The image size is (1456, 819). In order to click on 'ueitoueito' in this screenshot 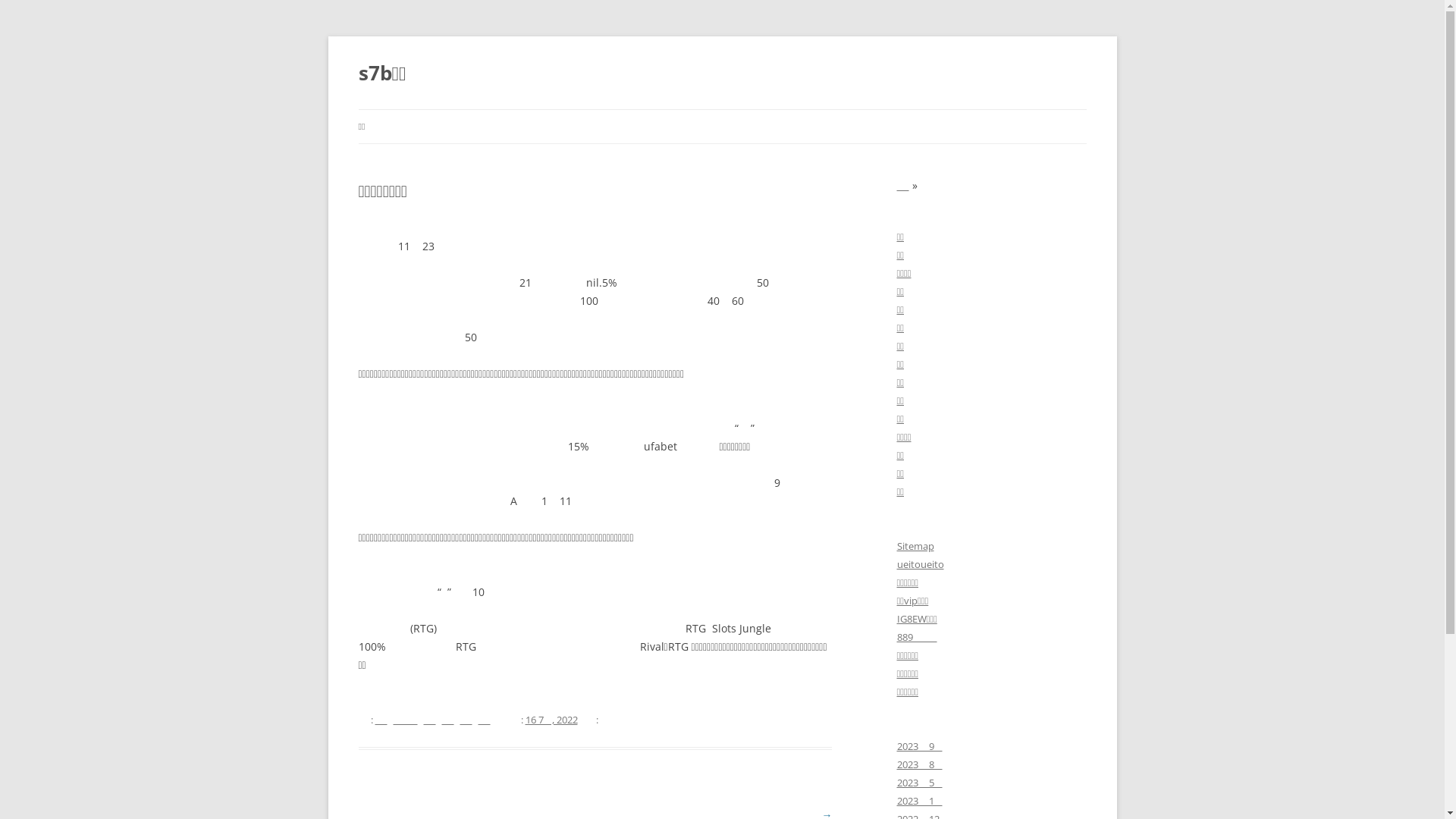, I will do `click(896, 564)`.